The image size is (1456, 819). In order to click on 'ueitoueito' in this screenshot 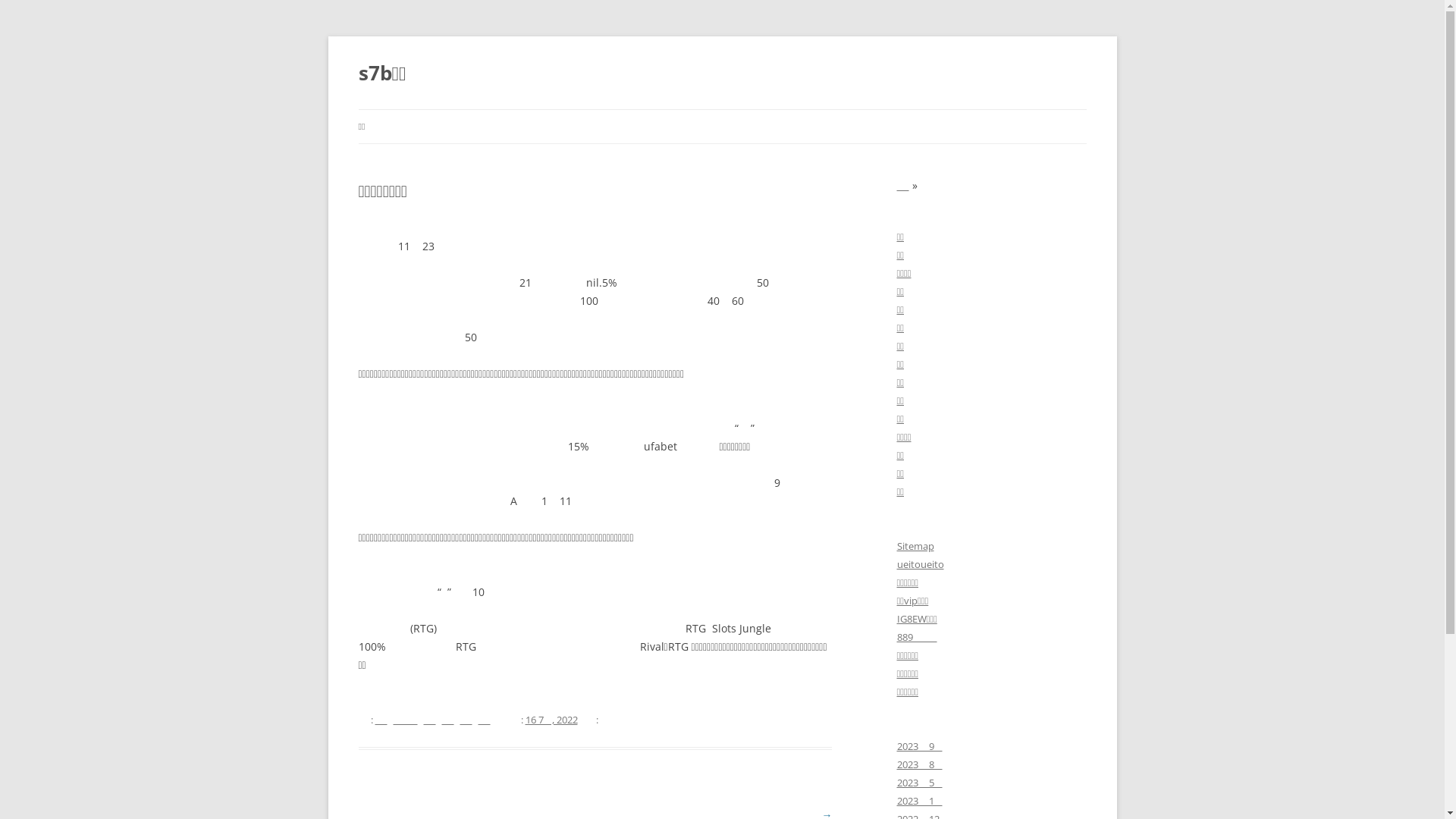, I will do `click(896, 564)`.